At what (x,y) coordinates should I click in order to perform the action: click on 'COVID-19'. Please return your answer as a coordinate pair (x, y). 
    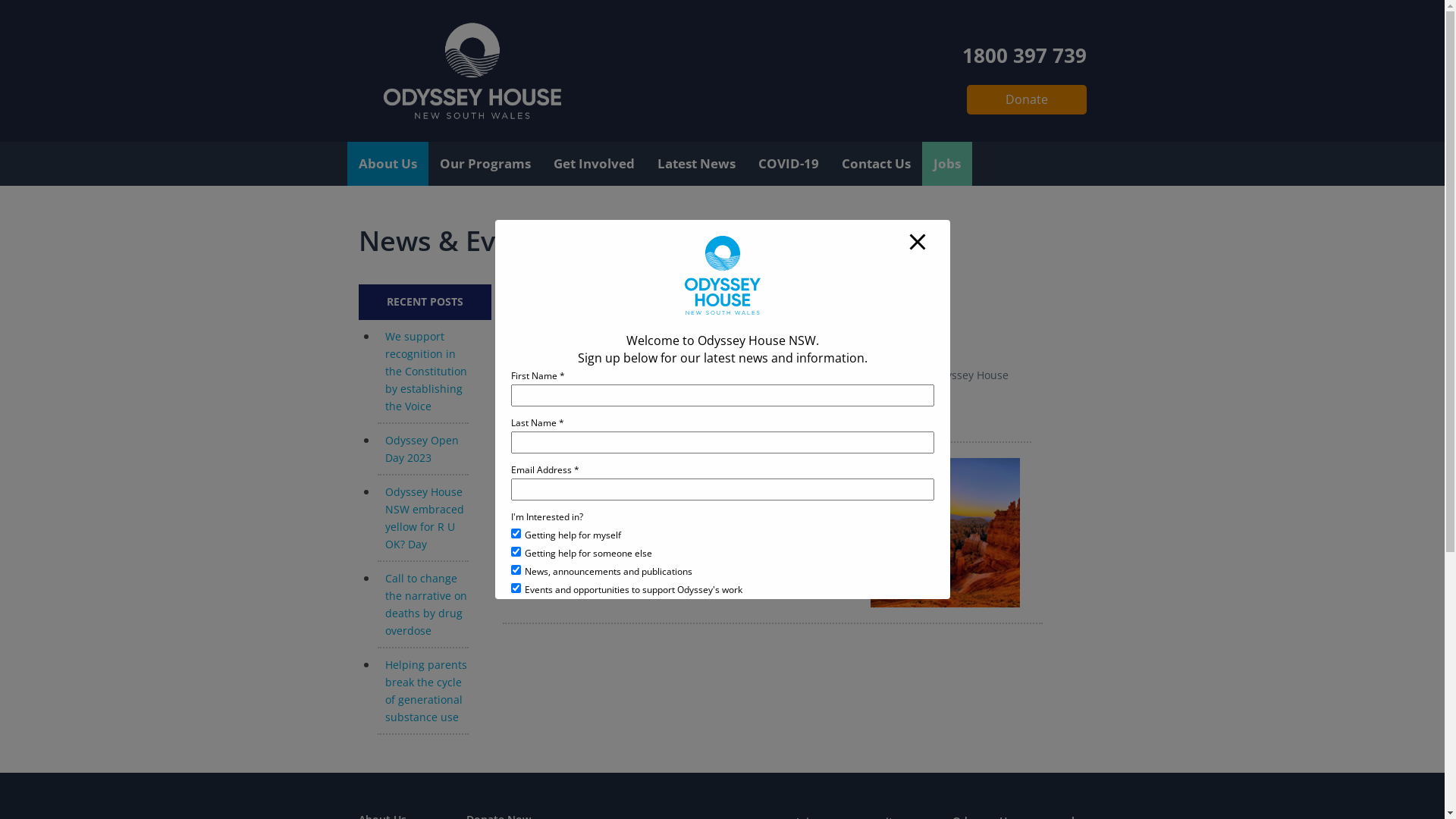
    Looking at the image, I should click on (745, 164).